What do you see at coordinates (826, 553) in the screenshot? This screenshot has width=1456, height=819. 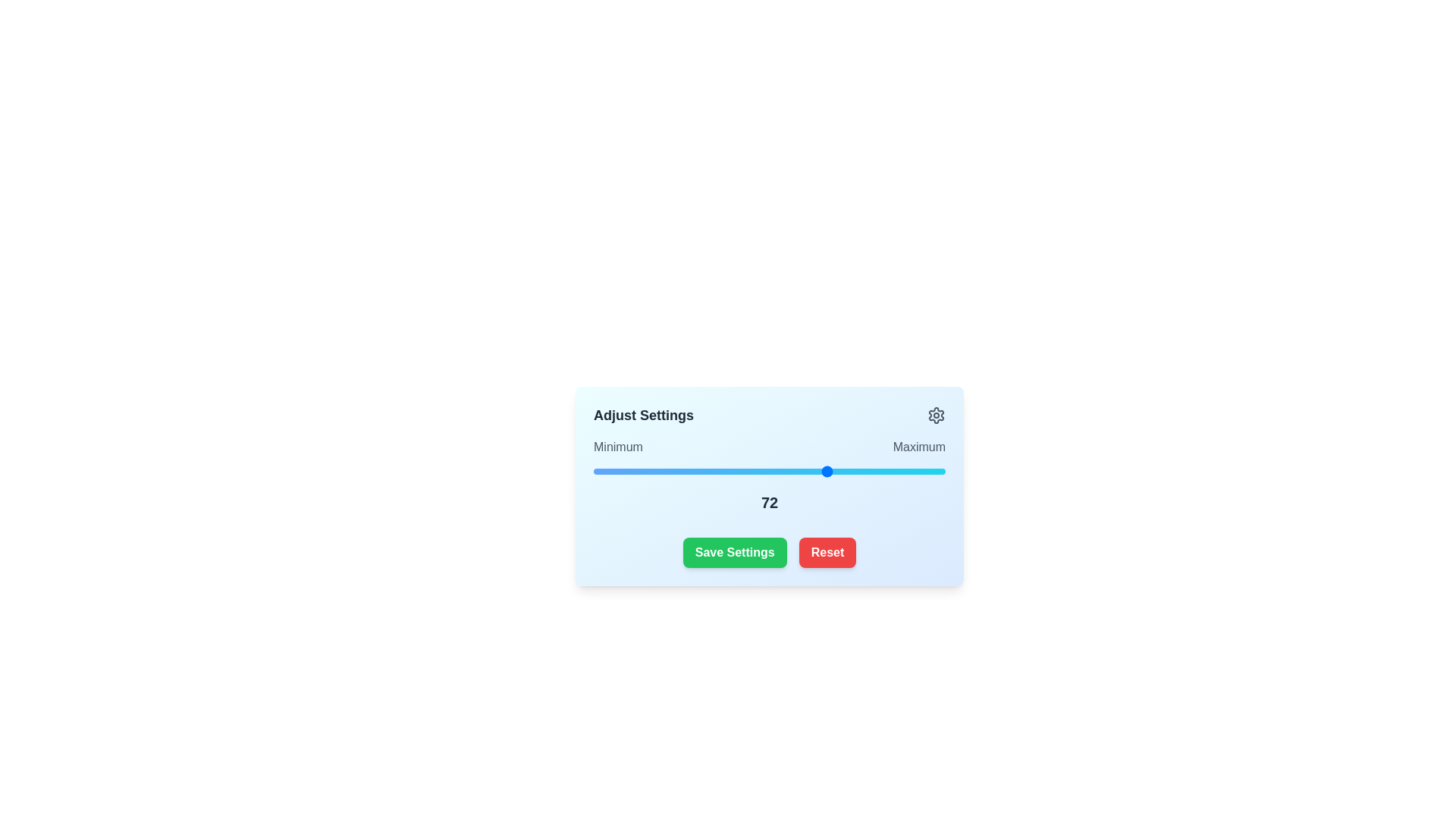 I see `the 'Reset' button to restore the default value` at bounding box center [826, 553].